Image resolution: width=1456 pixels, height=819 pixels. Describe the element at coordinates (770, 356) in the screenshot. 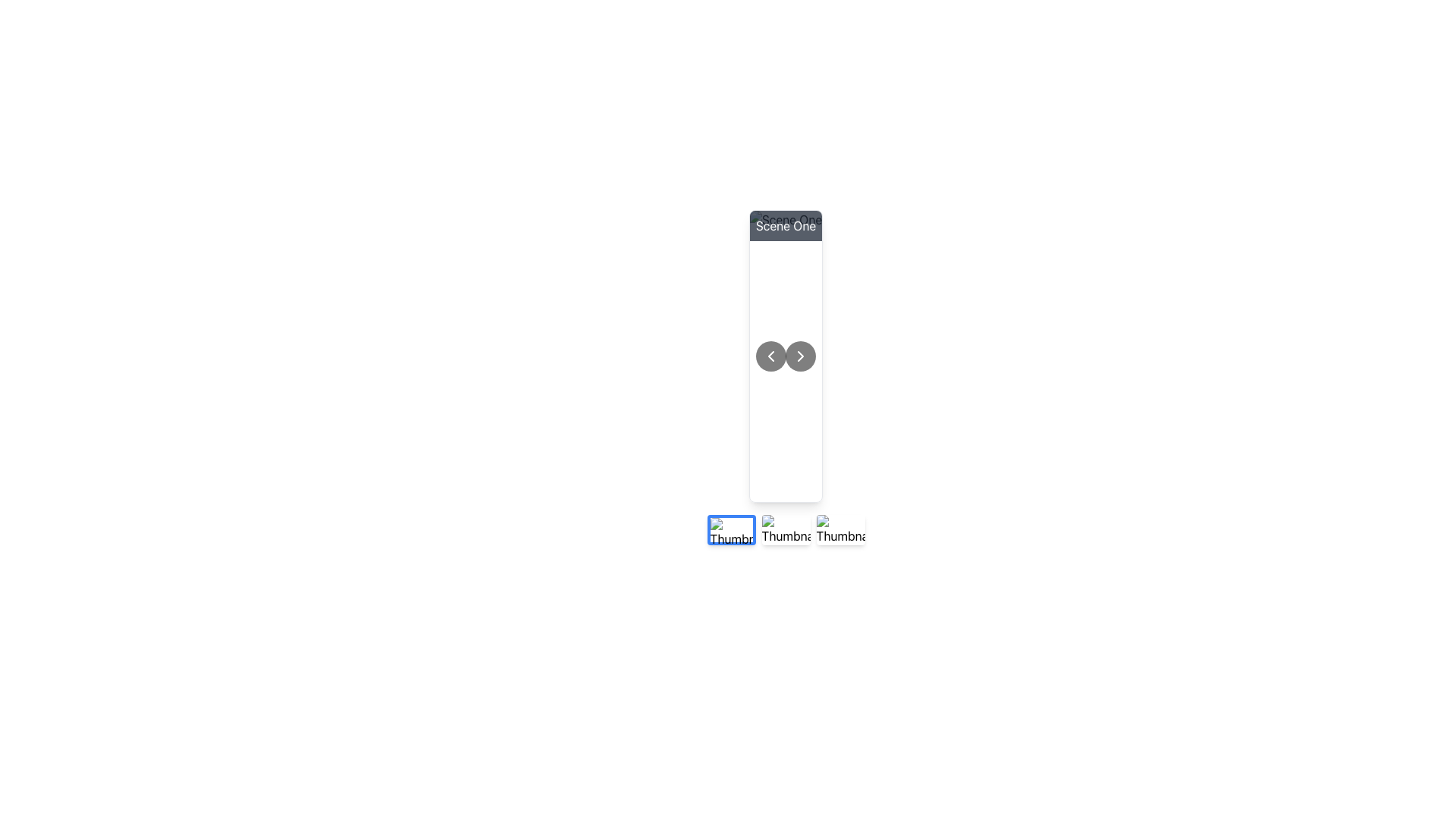

I see `the left-facing navigation button represented by a vector arrow icon` at that location.